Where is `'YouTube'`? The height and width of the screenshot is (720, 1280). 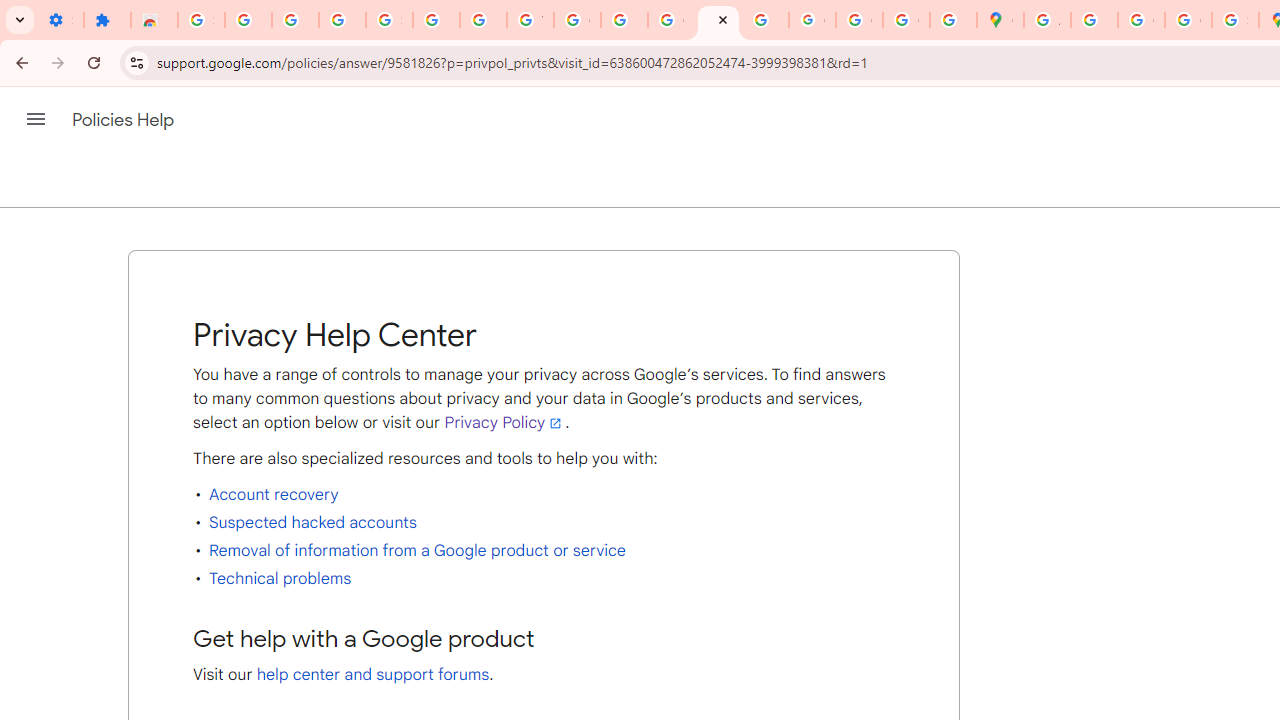
'YouTube' is located at coordinates (530, 20).